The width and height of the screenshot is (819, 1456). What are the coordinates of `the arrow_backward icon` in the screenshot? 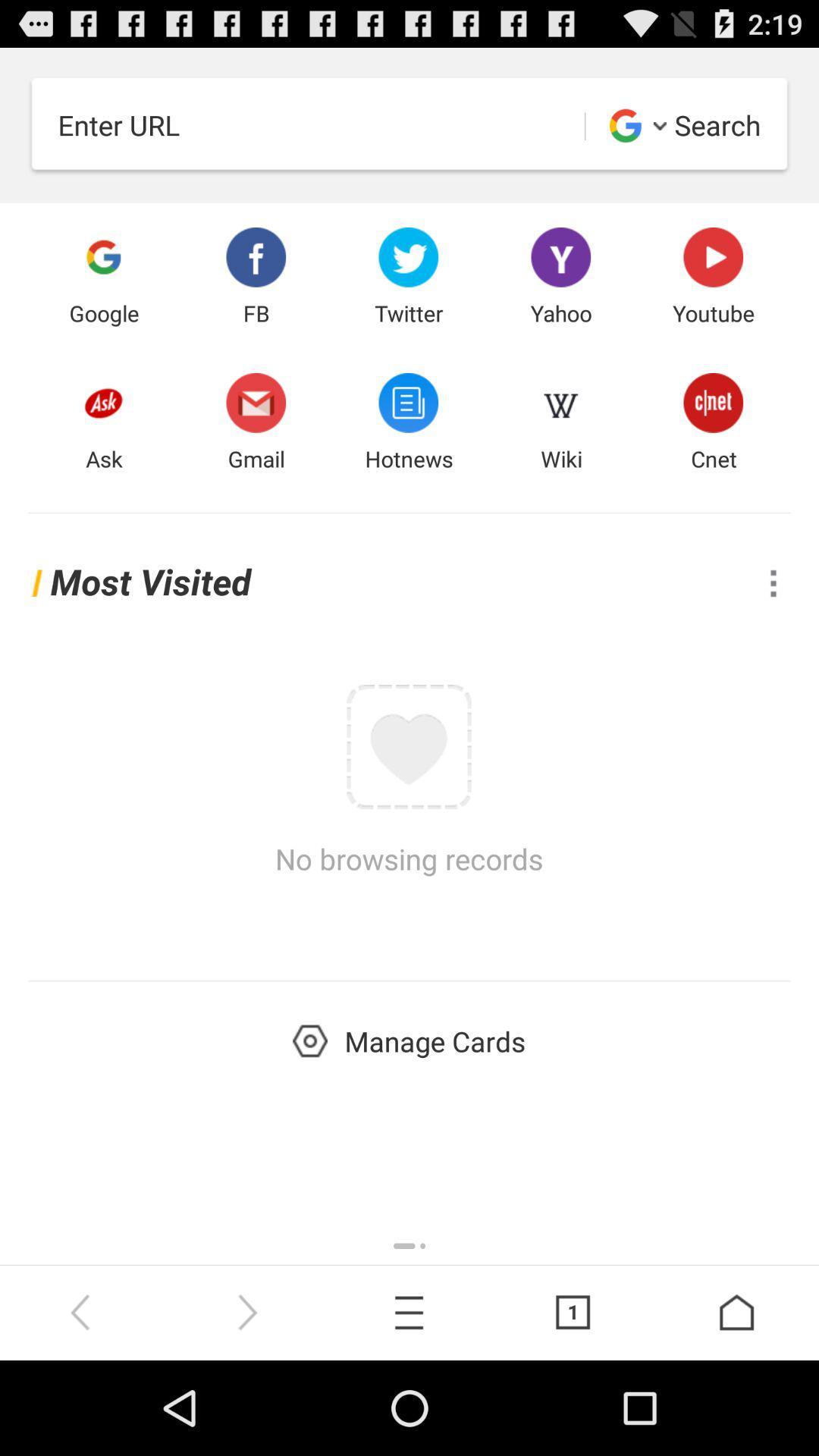 It's located at (82, 1404).